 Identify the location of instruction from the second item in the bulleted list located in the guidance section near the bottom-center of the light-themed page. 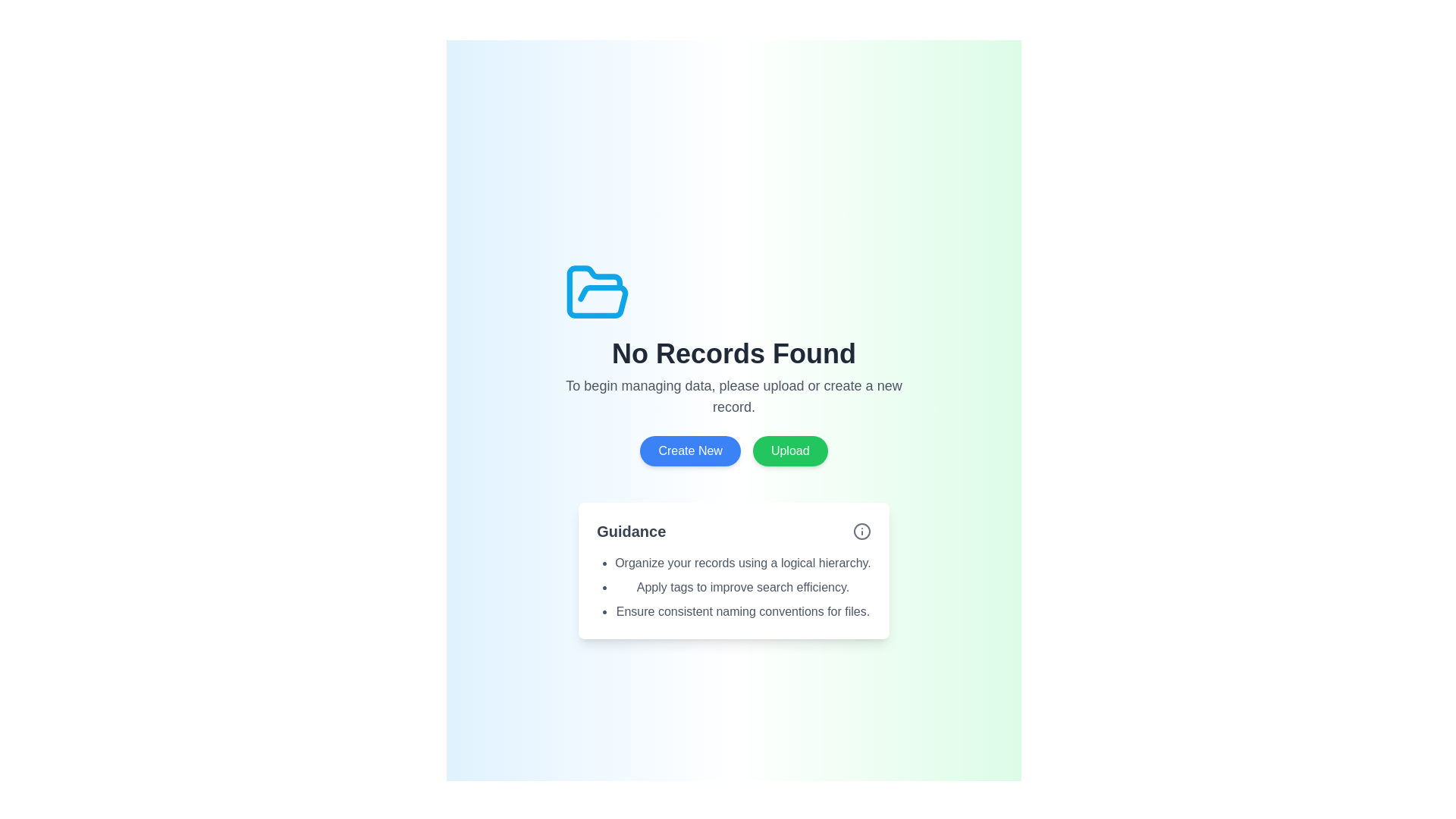
(742, 587).